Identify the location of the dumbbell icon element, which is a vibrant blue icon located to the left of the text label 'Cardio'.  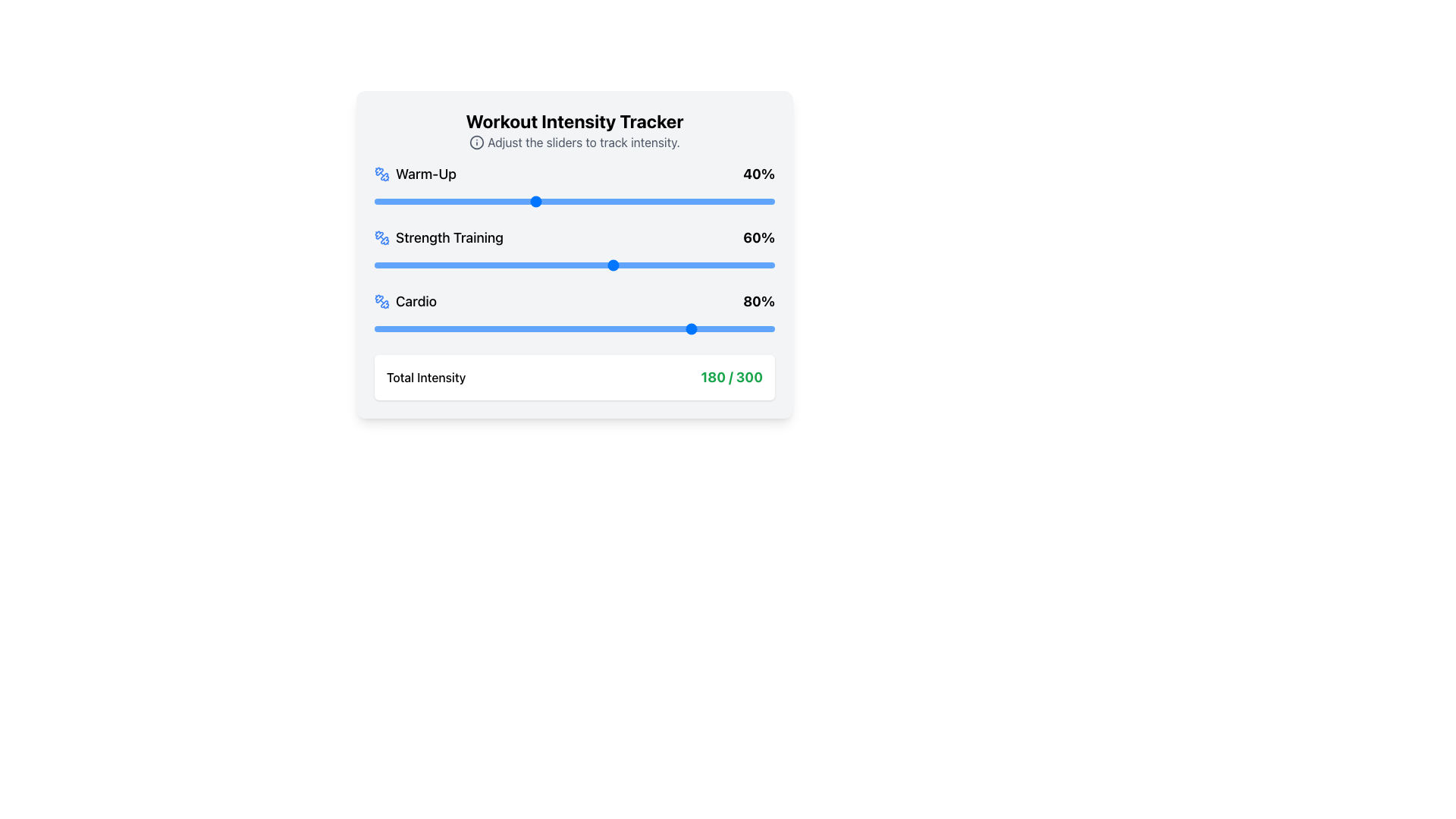
(382, 301).